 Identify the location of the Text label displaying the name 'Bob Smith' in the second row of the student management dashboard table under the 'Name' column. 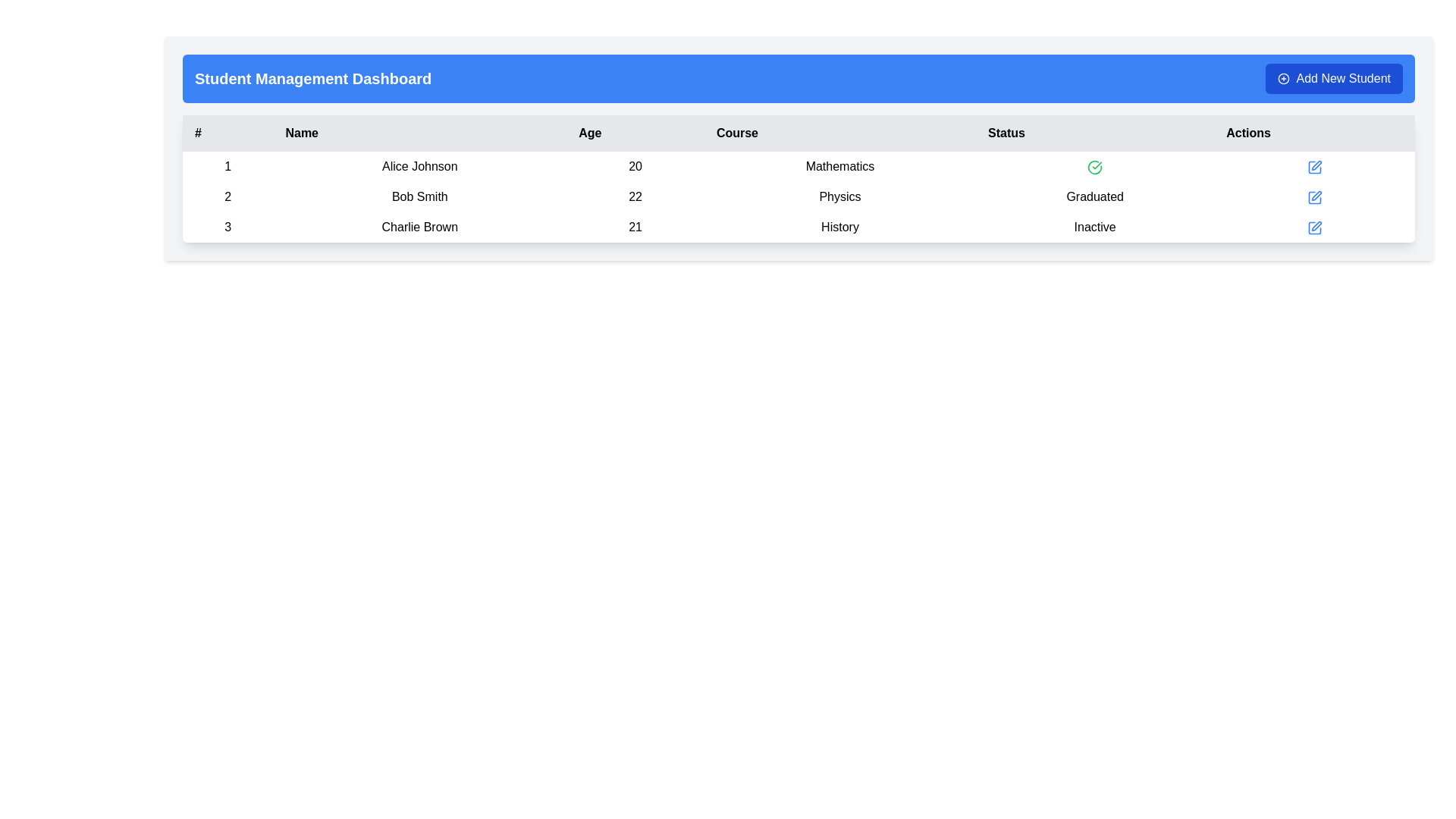
(419, 196).